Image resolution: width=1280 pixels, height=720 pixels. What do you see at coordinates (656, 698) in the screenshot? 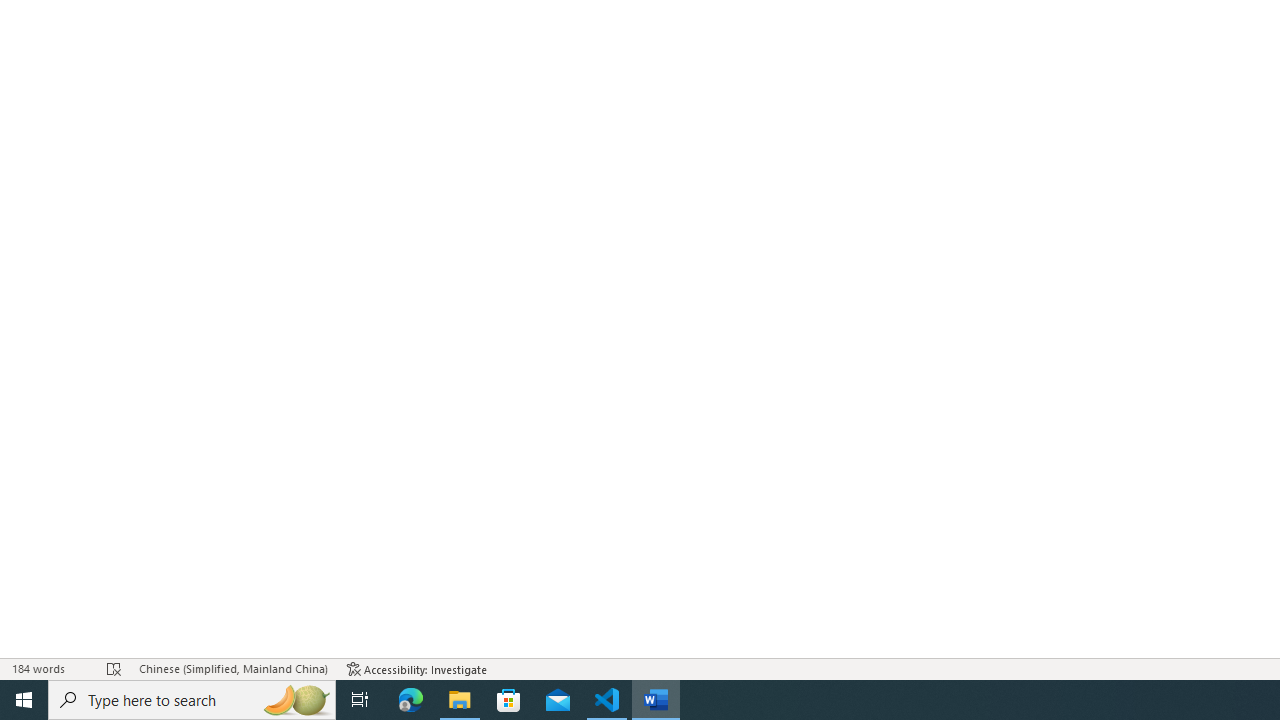
I see `'Word - 1 running window'` at bounding box center [656, 698].